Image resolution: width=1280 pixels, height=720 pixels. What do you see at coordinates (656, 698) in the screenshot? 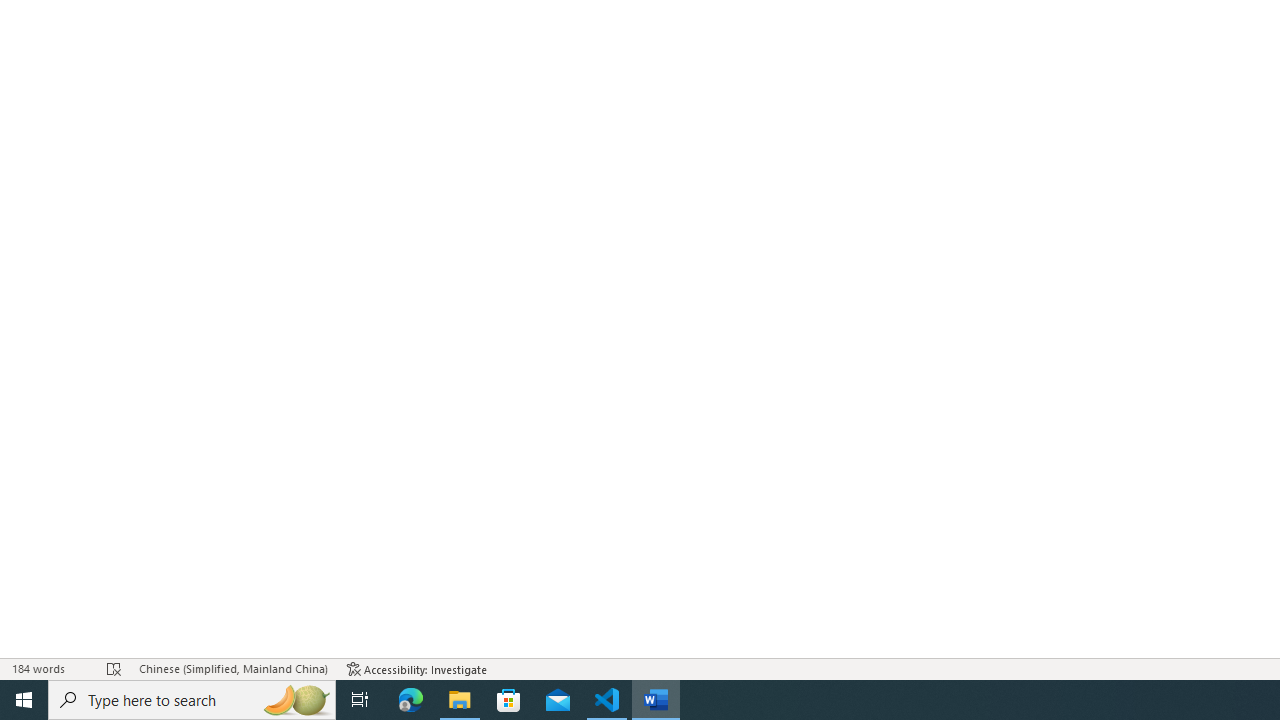
I see `'Word - 1 running window'` at bounding box center [656, 698].